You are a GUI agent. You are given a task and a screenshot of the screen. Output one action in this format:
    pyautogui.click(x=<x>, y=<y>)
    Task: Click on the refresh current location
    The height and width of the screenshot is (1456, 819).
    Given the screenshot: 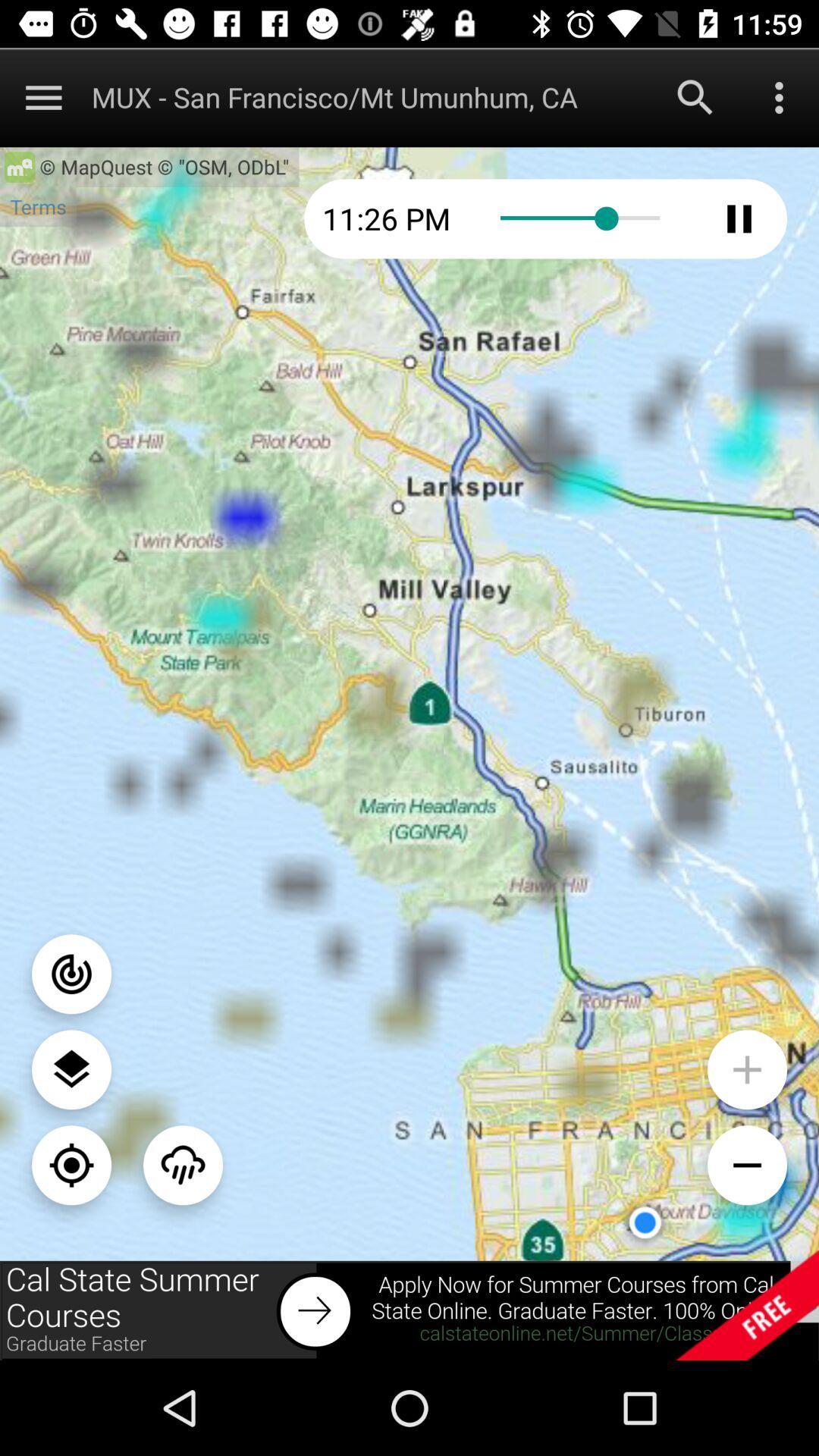 What is the action you would take?
    pyautogui.click(x=71, y=1164)
    